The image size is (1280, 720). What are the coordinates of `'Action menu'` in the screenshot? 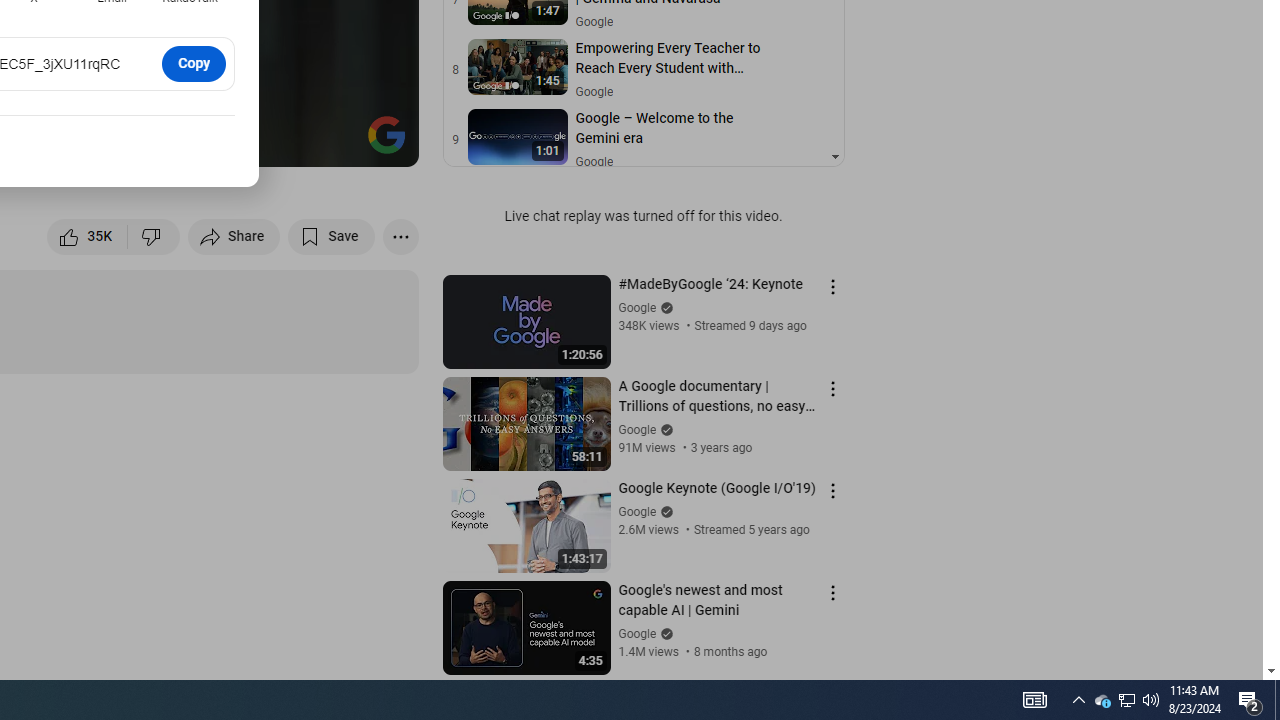 It's located at (832, 591).